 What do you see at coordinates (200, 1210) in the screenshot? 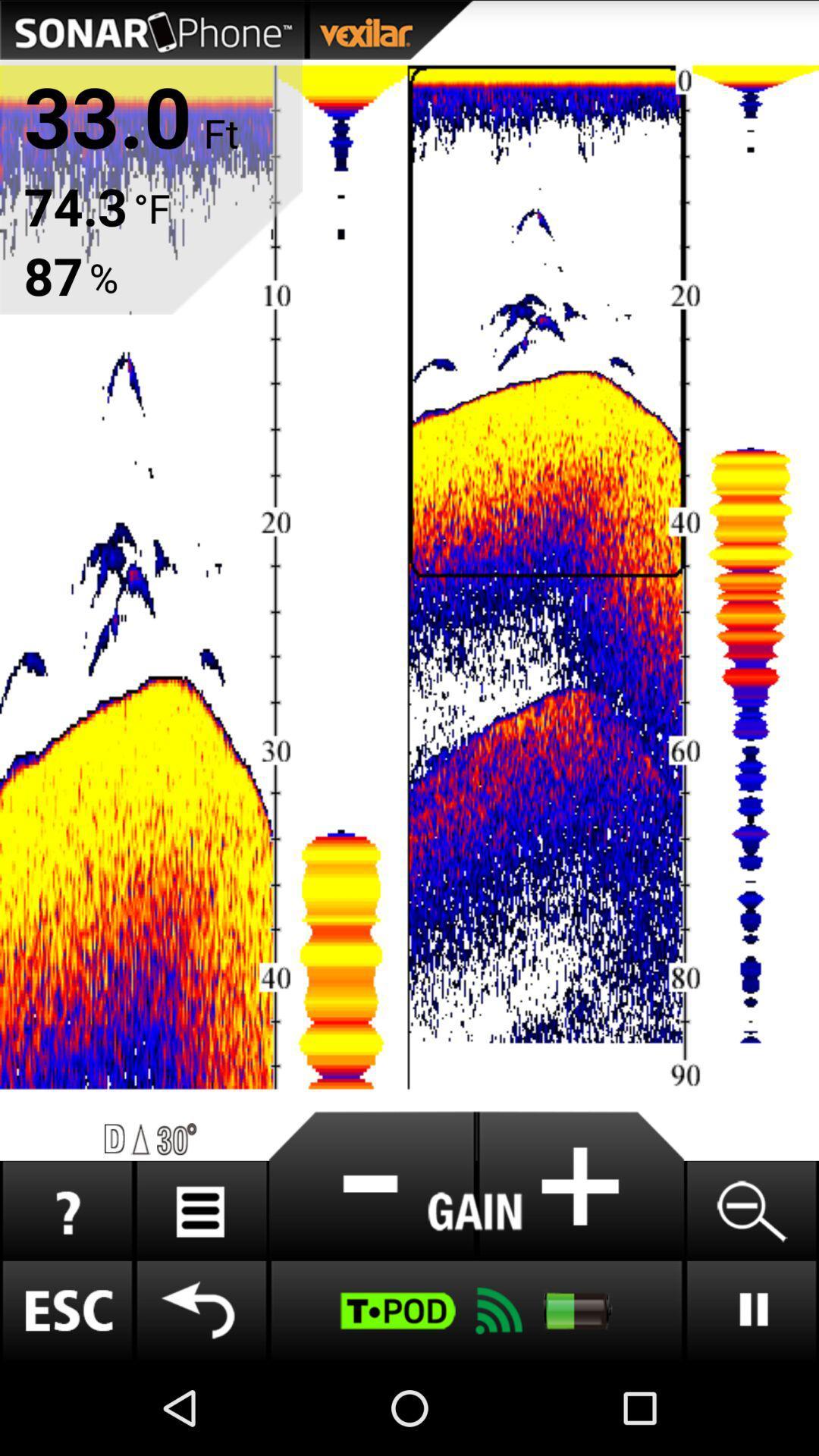
I see `list menu` at bounding box center [200, 1210].